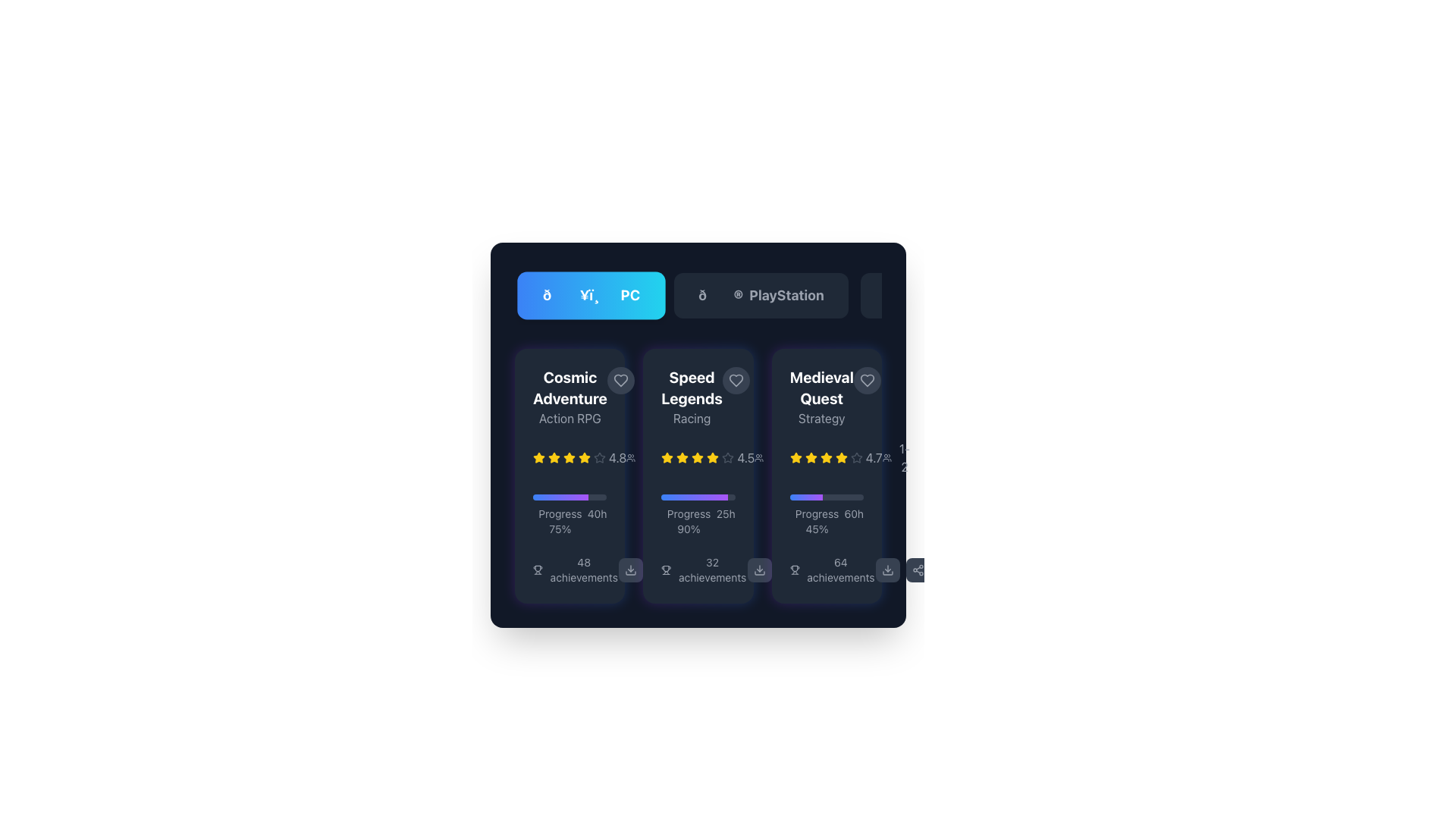 This screenshot has width=1456, height=819. What do you see at coordinates (560, 497) in the screenshot?
I see `the progress bar indicator located at the lower center of the 'Cosmic Adventure' card, which visually represents 75% completion` at bounding box center [560, 497].